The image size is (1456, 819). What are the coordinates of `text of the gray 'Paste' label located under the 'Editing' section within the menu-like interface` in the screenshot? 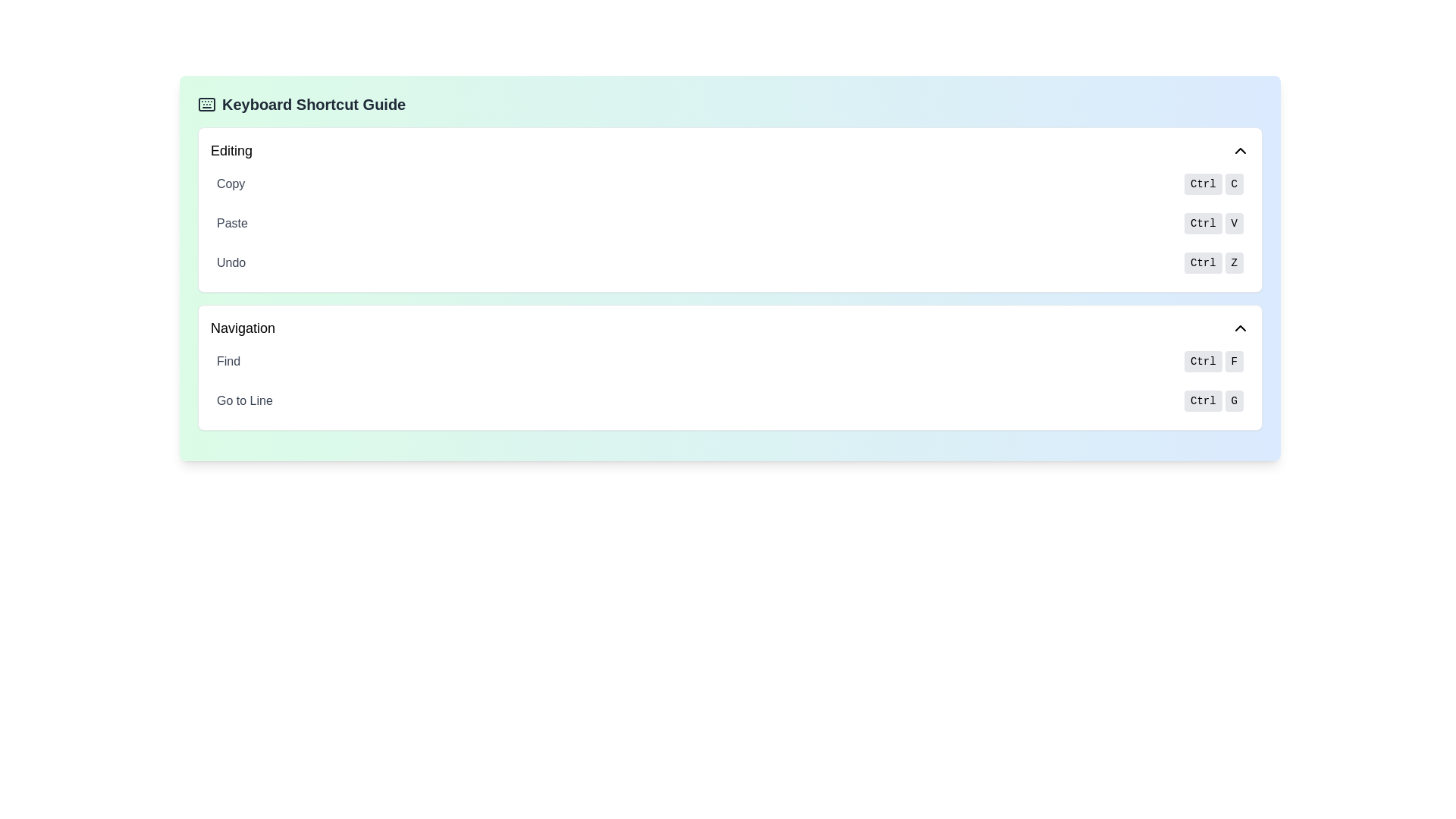 It's located at (231, 223).